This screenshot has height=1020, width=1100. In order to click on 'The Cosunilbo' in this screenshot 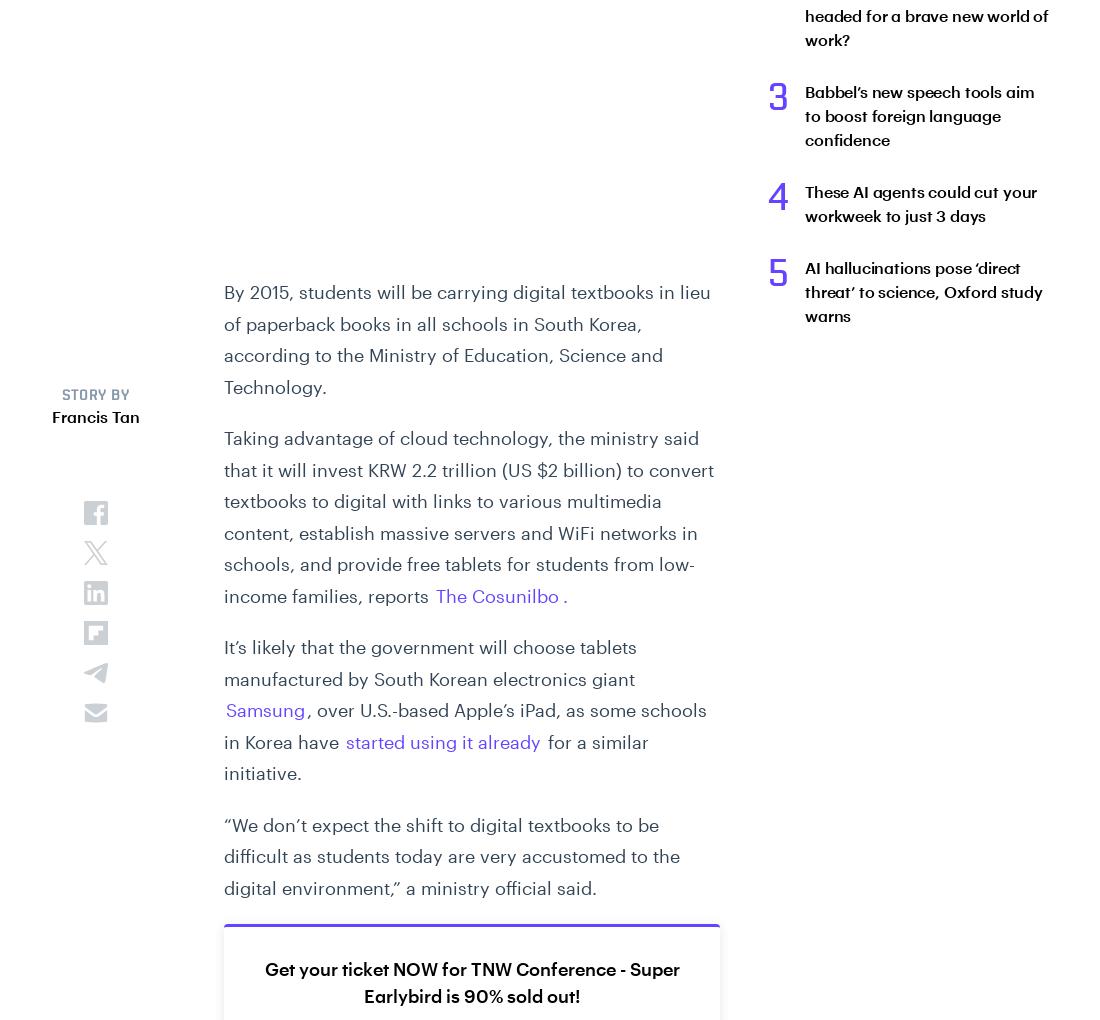, I will do `click(497, 594)`.